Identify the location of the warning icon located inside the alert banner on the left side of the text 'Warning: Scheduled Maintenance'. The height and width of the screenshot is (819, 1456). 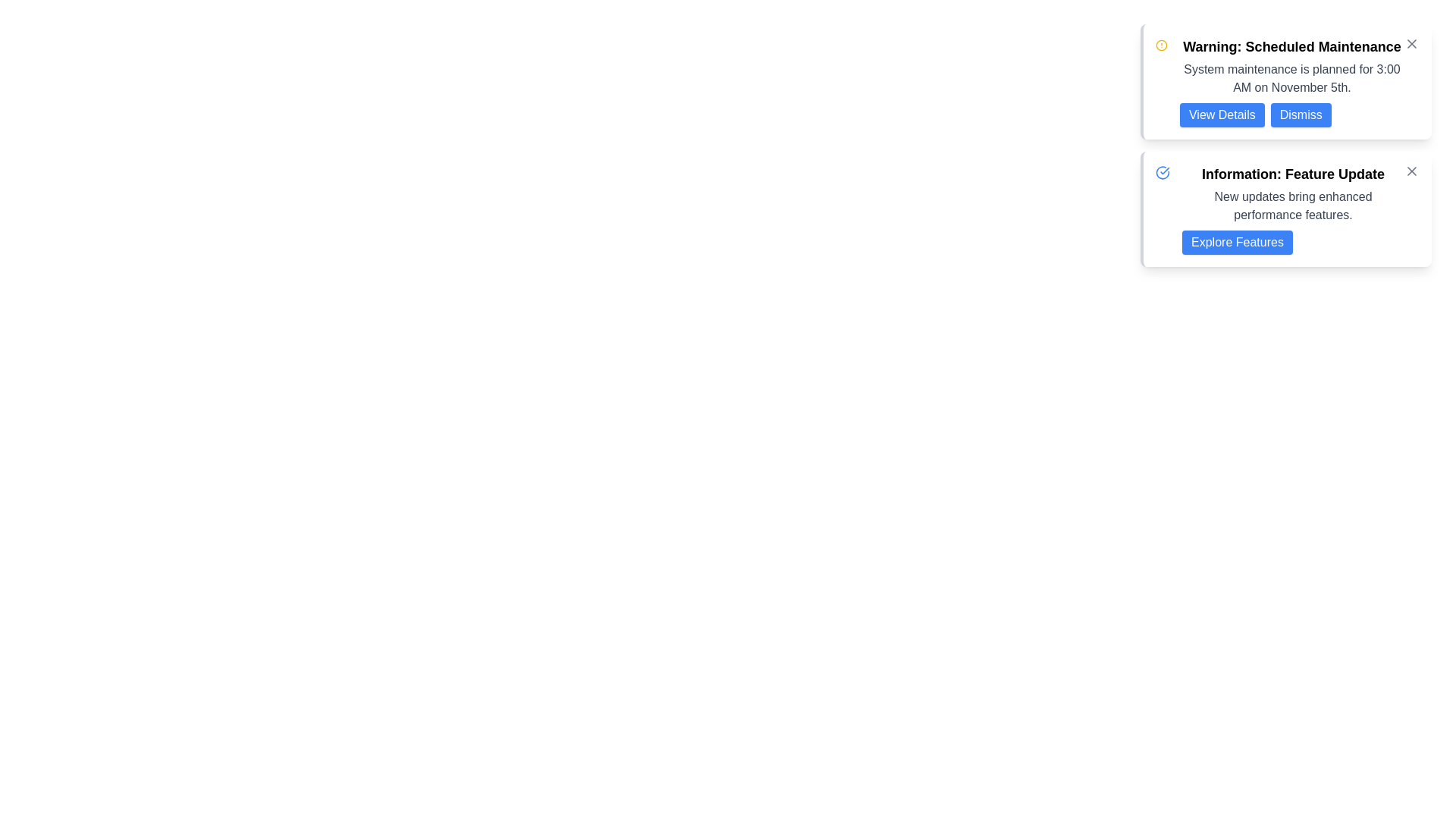
(1160, 45).